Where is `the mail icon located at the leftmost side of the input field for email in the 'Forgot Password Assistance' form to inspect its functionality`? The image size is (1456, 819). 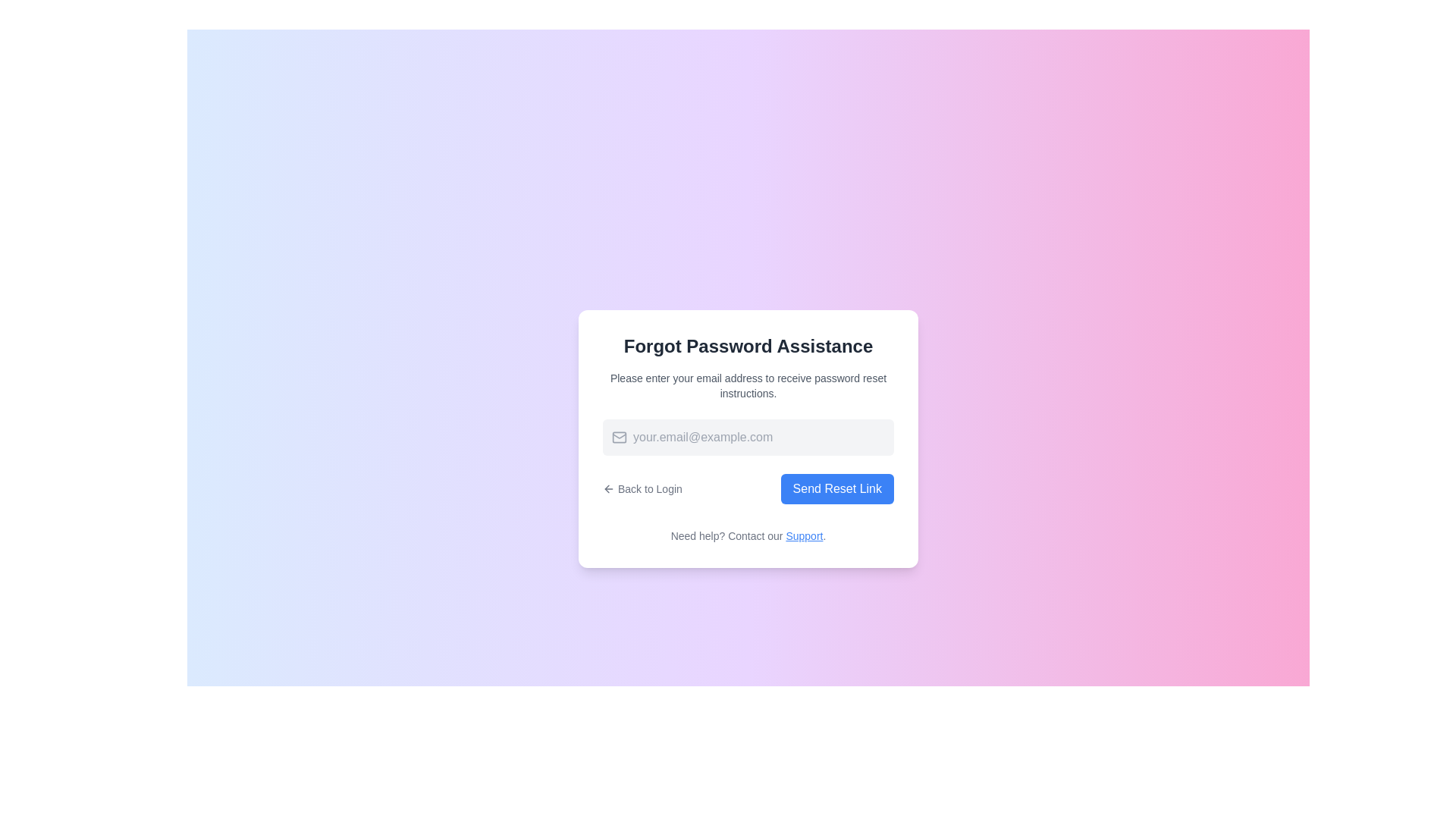
the mail icon located at the leftmost side of the input field for email in the 'Forgot Password Assistance' form to inspect its functionality is located at coordinates (615, 438).